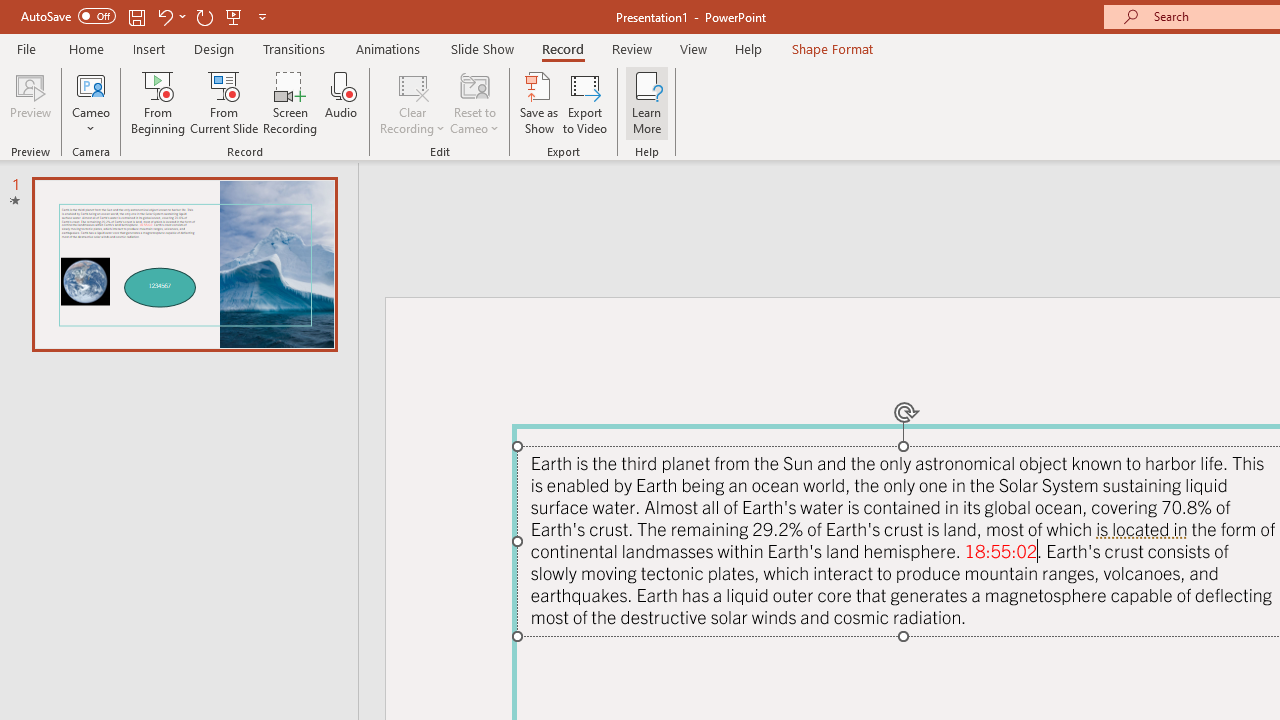 The image size is (1280, 720). Describe the element at coordinates (224, 103) in the screenshot. I see `'From Current Slide...'` at that location.